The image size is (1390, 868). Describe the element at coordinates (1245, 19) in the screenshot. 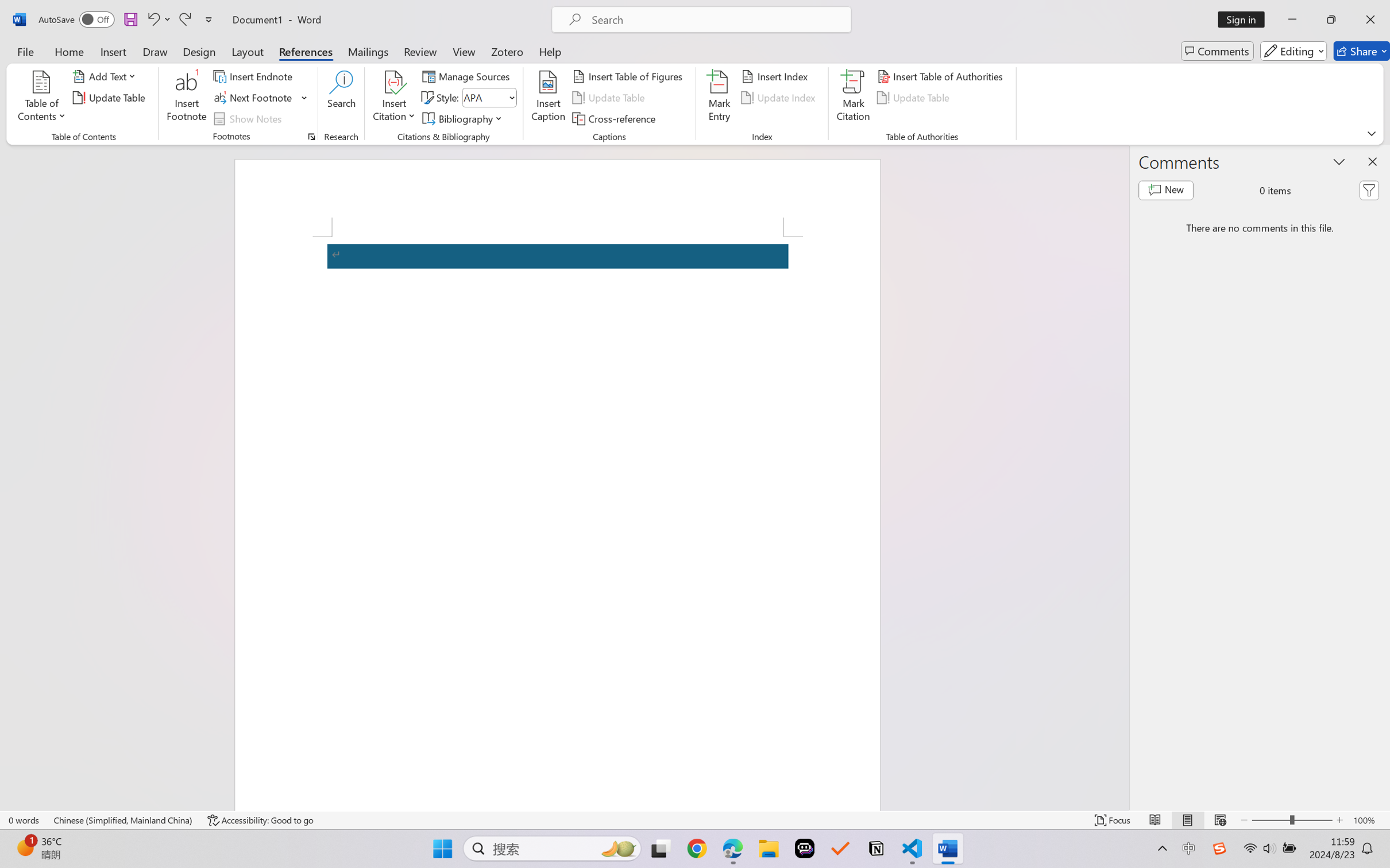

I see `'Sign in'` at that location.